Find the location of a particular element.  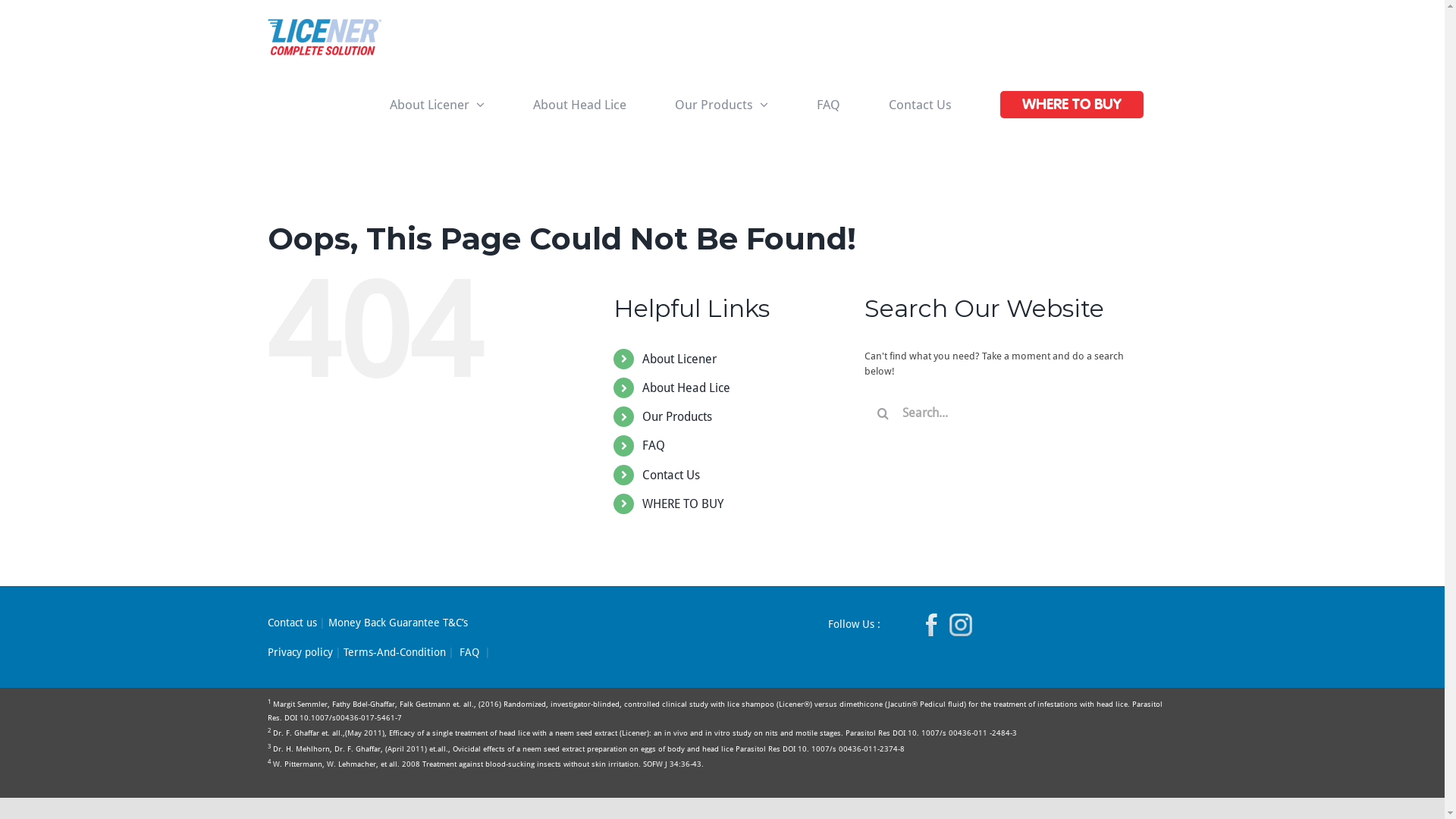

'Privacy policy' is located at coordinates (266, 651).